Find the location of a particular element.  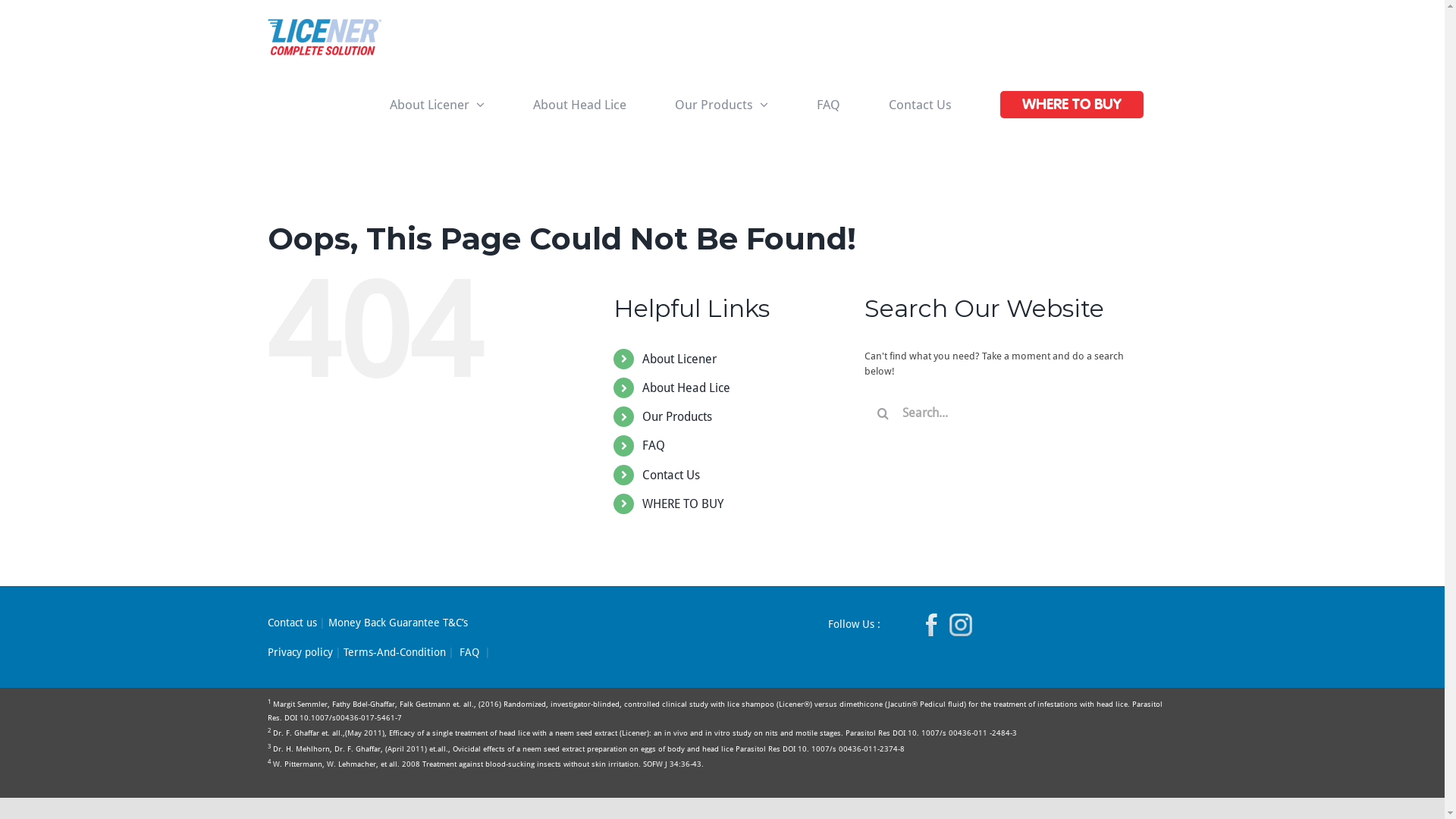

'Privacy policy' is located at coordinates (266, 651).